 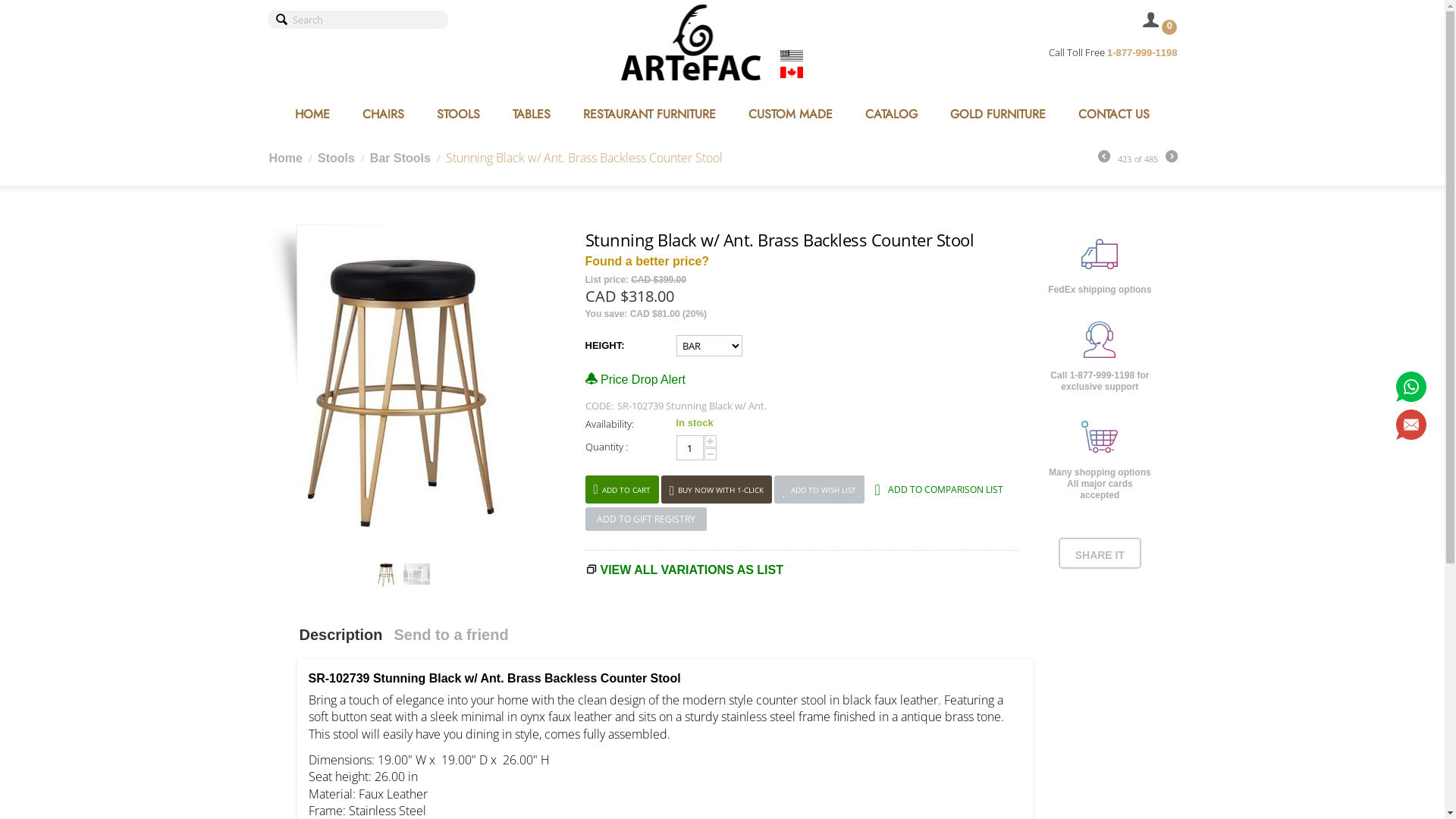 What do you see at coordinates (400, 158) in the screenshot?
I see `'Bar Stools'` at bounding box center [400, 158].